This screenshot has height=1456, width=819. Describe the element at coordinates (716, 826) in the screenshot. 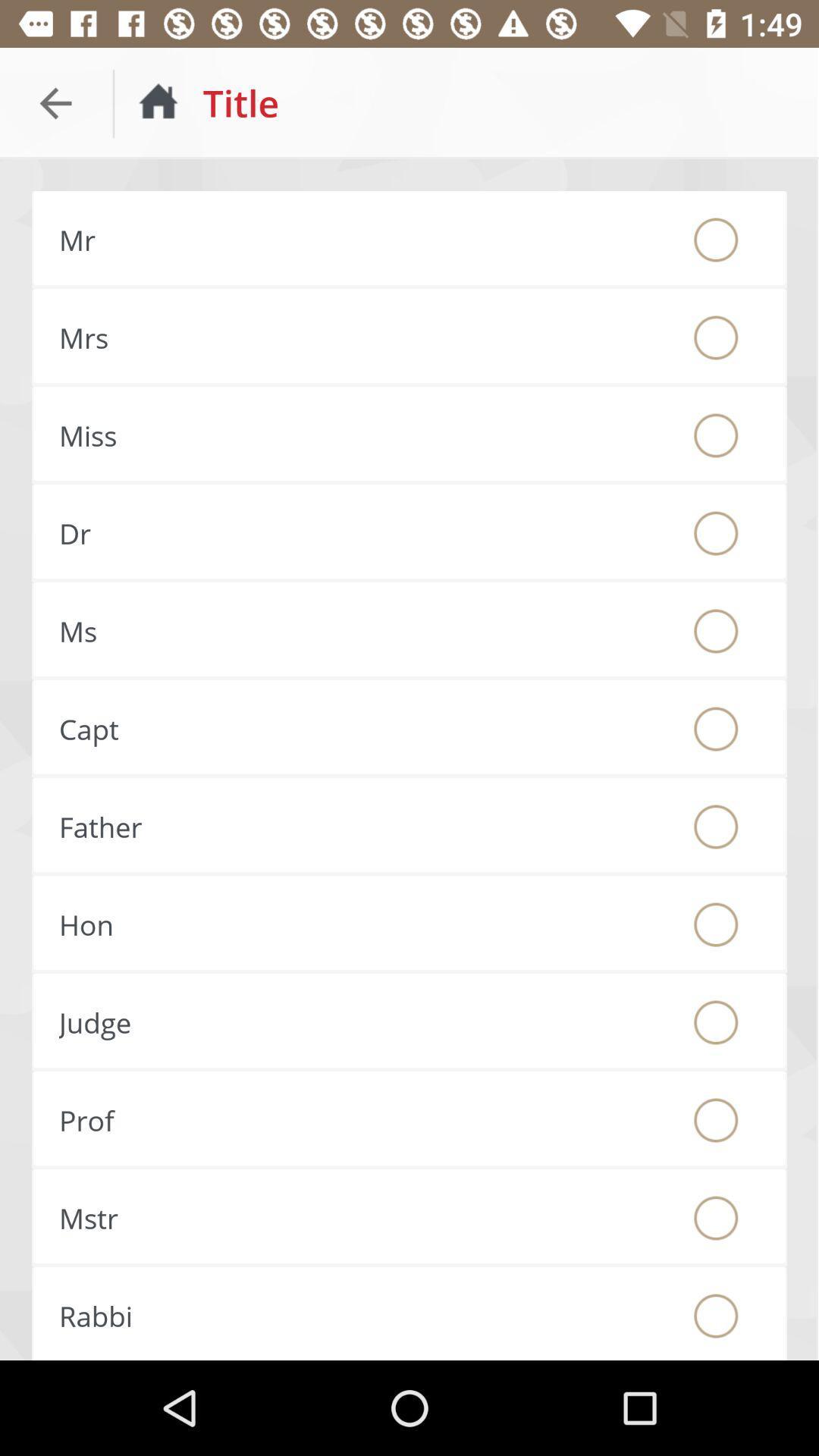

I see `the option` at that location.